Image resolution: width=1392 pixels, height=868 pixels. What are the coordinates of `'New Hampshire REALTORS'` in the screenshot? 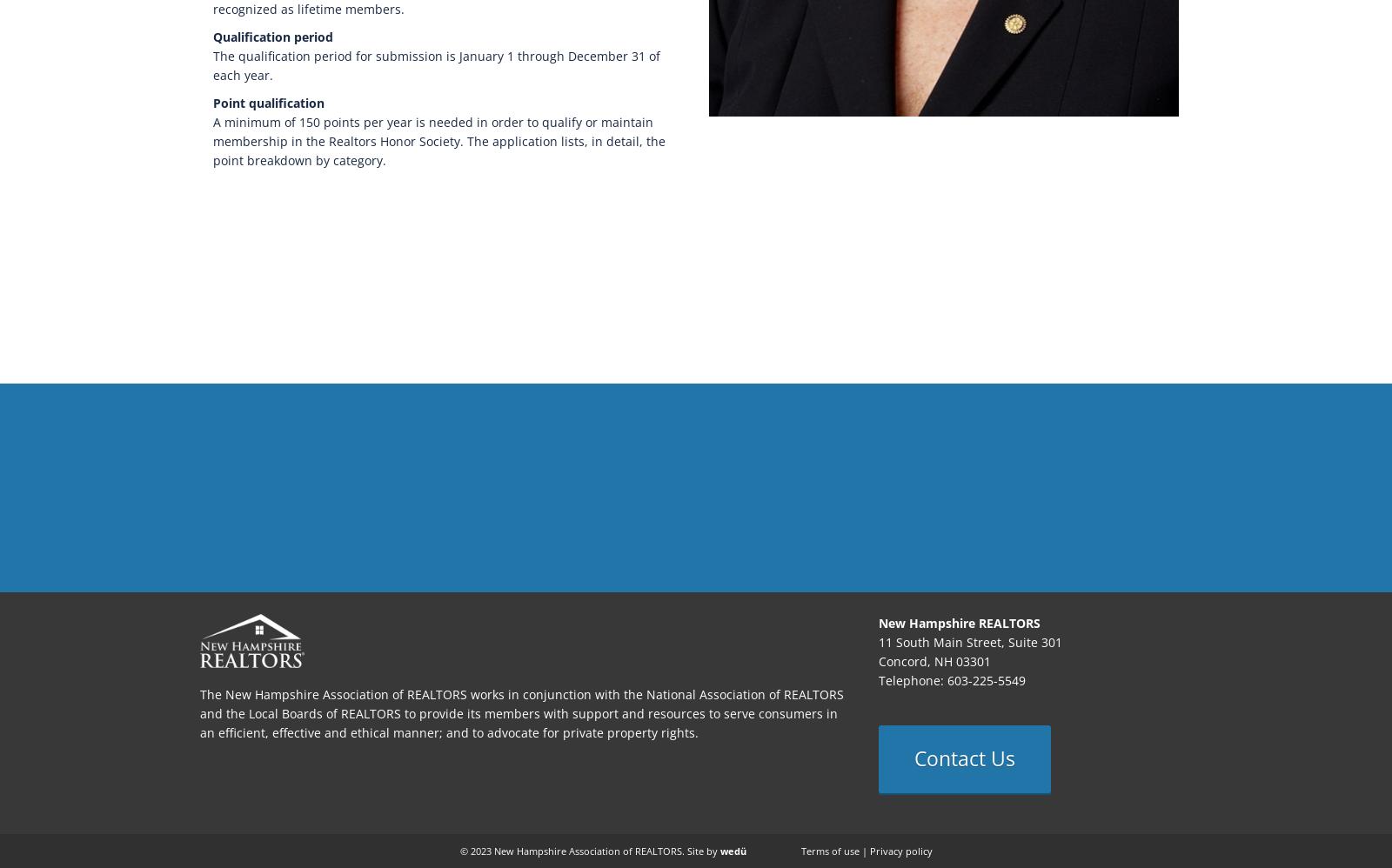 It's located at (960, 623).